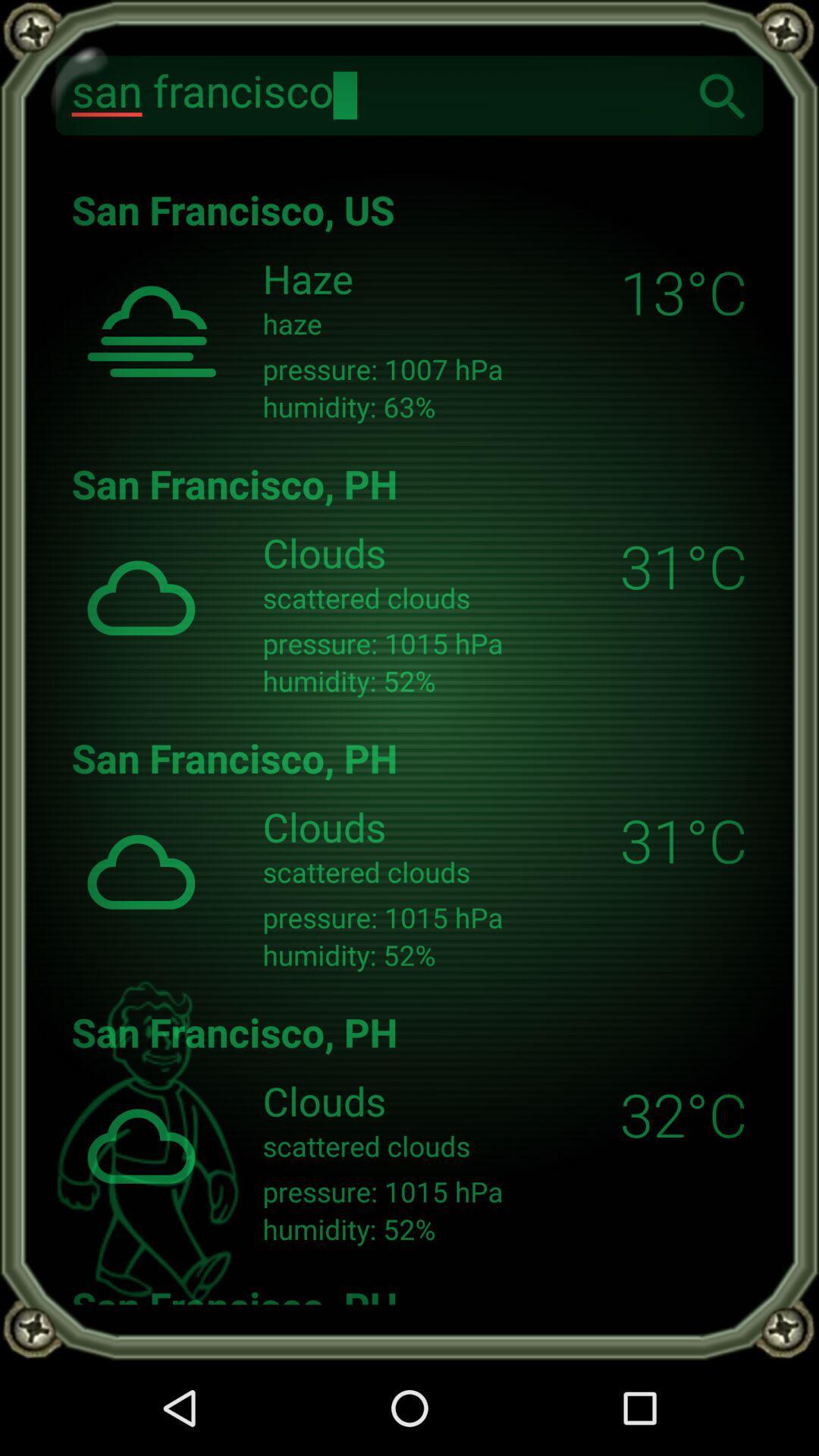  Describe the element at coordinates (722, 94) in the screenshot. I see `the search icon` at that location.